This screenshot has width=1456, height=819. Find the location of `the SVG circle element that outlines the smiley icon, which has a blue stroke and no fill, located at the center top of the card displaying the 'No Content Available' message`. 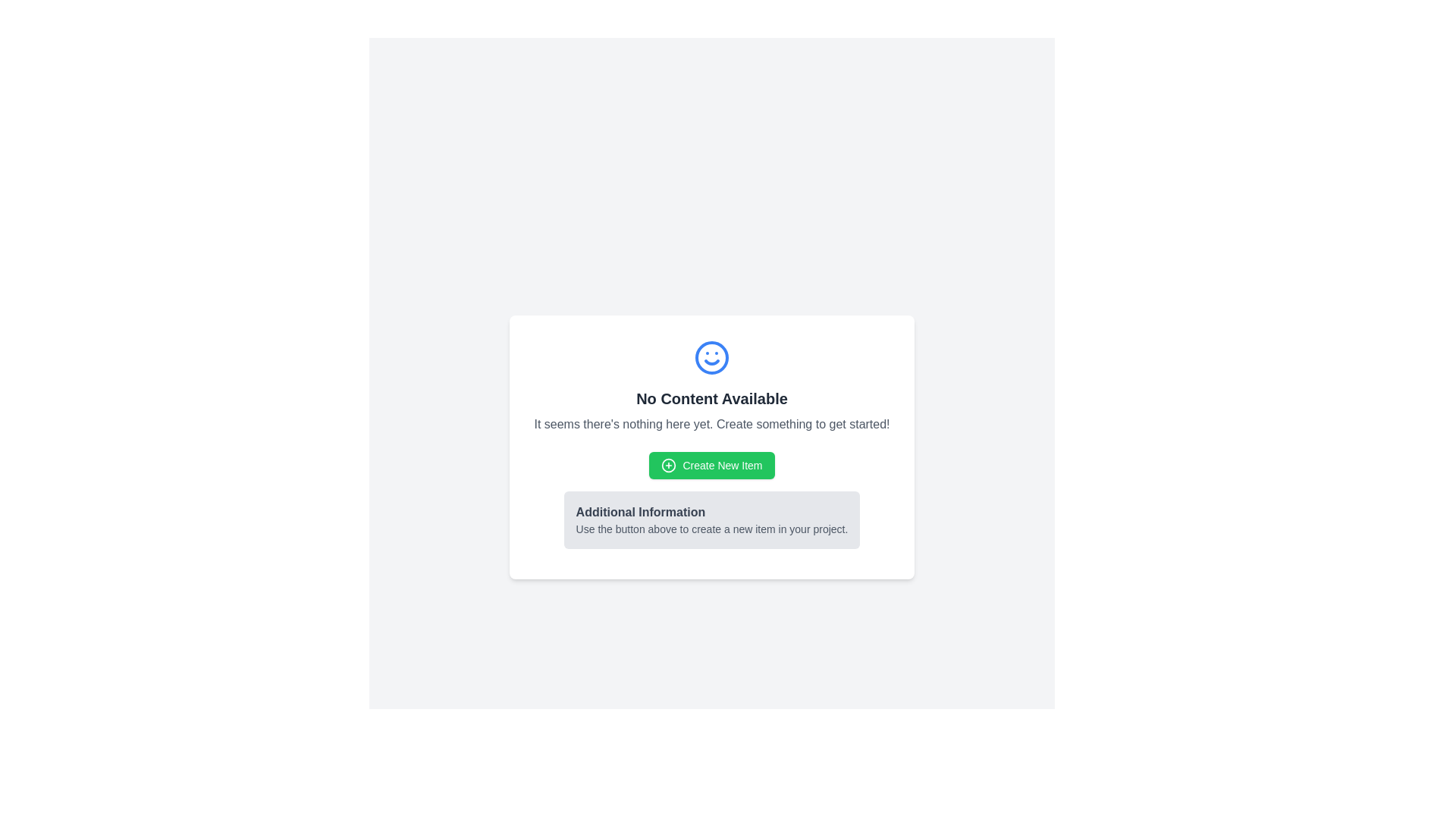

the SVG circle element that outlines the smiley icon, which has a blue stroke and no fill, located at the center top of the card displaying the 'No Content Available' message is located at coordinates (711, 357).